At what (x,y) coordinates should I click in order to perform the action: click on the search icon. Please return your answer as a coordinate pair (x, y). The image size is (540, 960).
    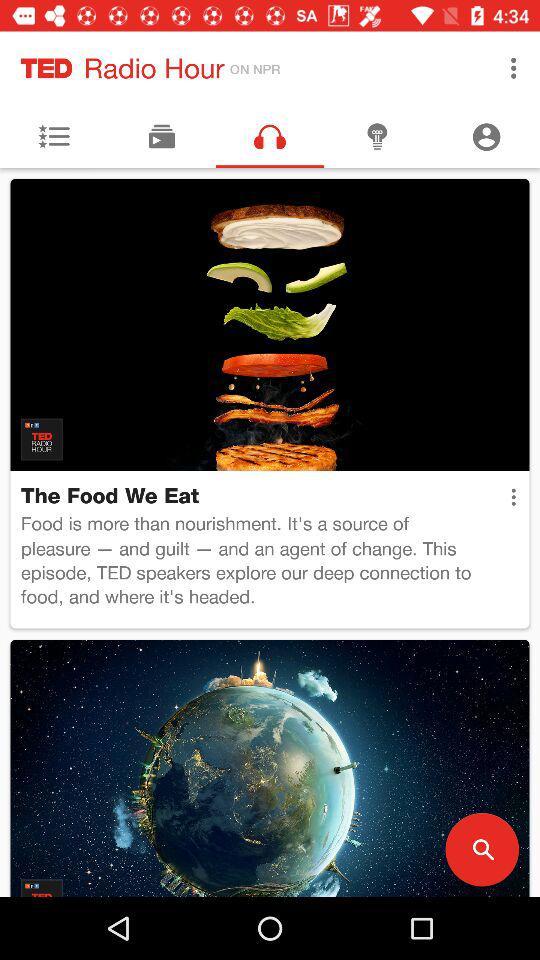
    Looking at the image, I should click on (481, 848).